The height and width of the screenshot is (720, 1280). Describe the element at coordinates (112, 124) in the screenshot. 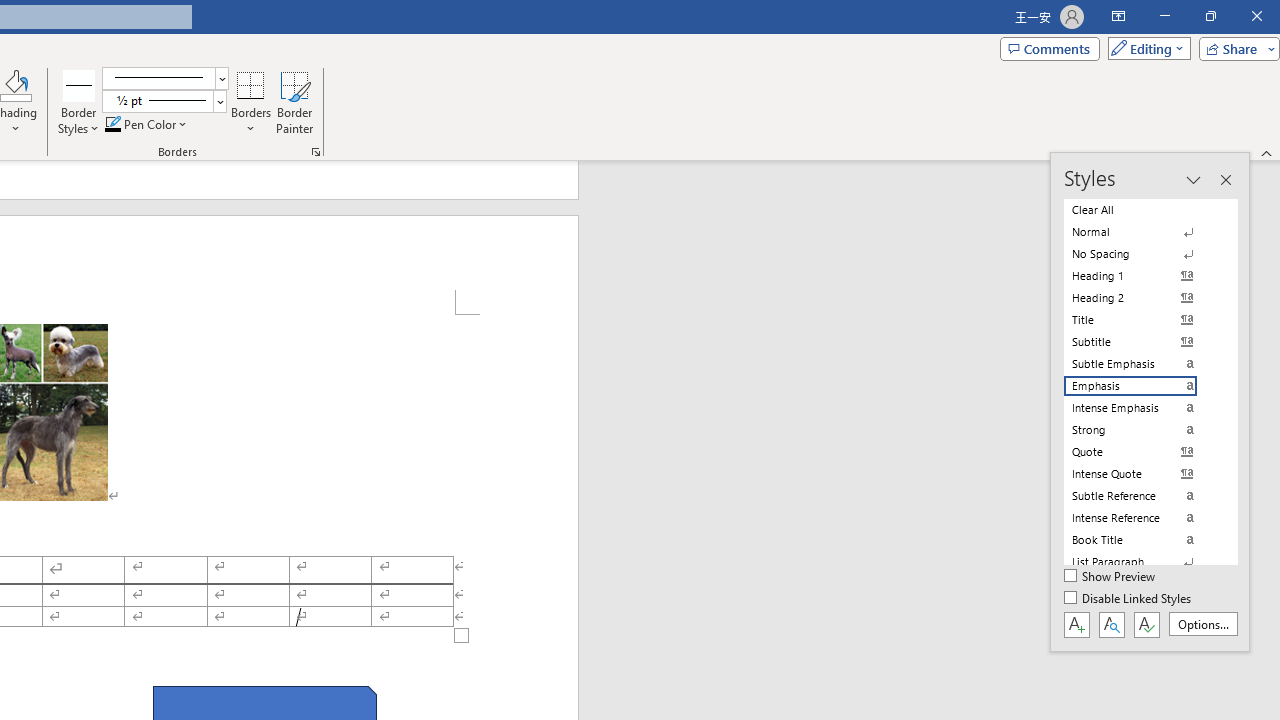

I see `'Pen Color RGB(0, 0, 0)'` at that location.